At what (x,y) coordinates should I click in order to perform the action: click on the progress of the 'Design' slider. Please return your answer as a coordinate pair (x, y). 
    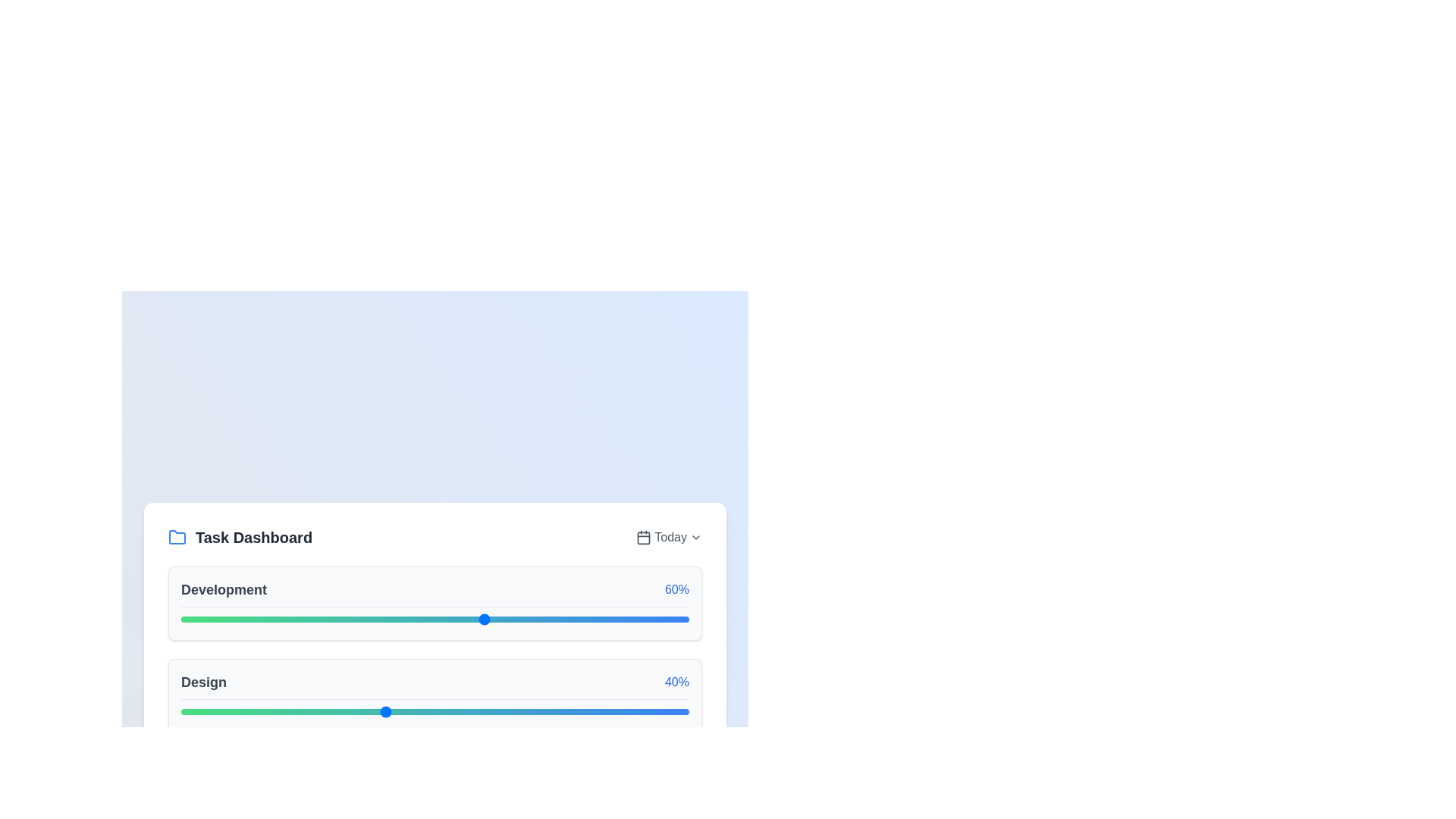
    Looking at the image, I should click on (394, 711).